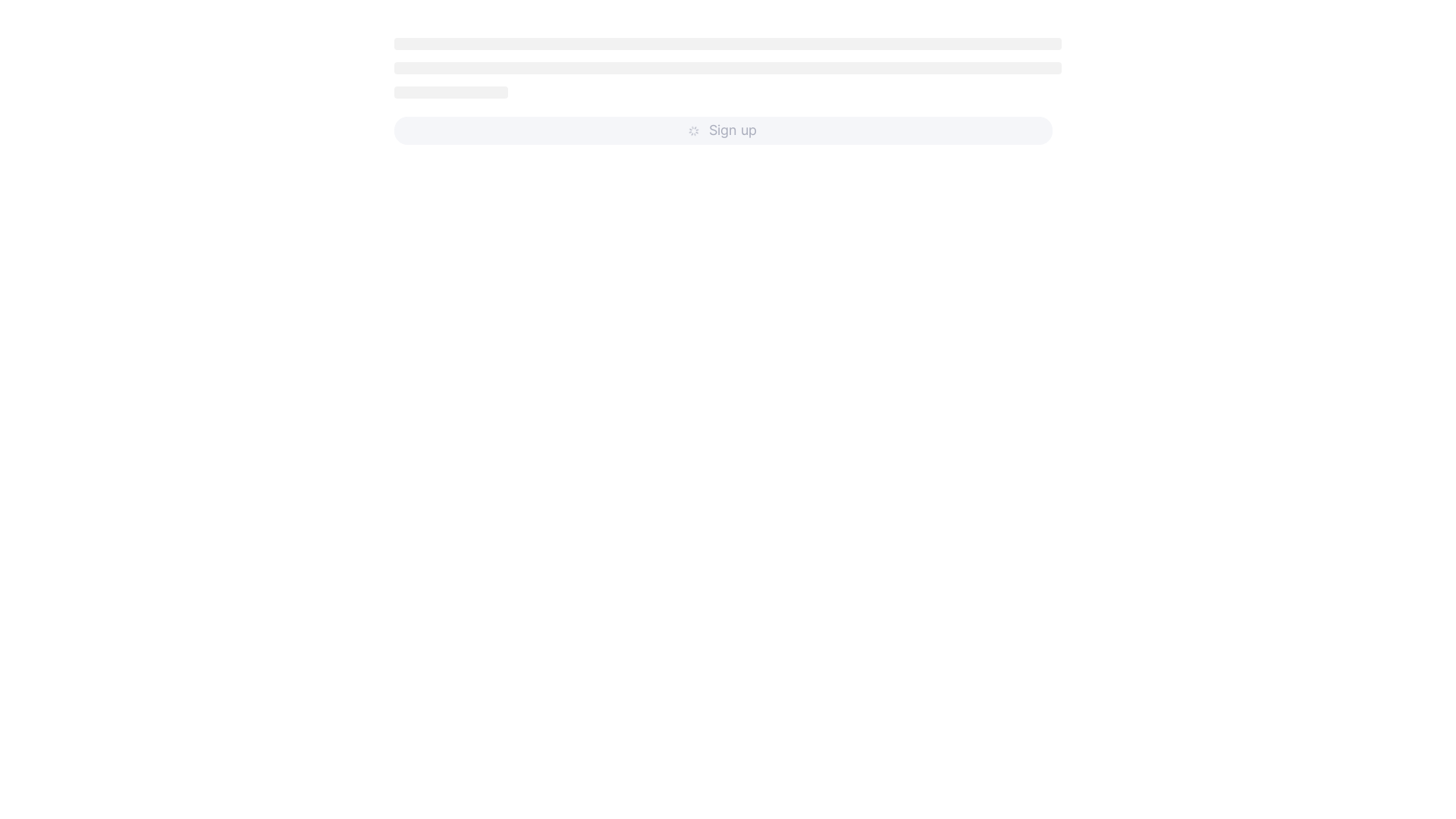 Image resolution: width=1456 pixels, height=819 pixels. Describe the element at coordinates (723, 130) in the screenshot. I see `'Sign up'` at that location.